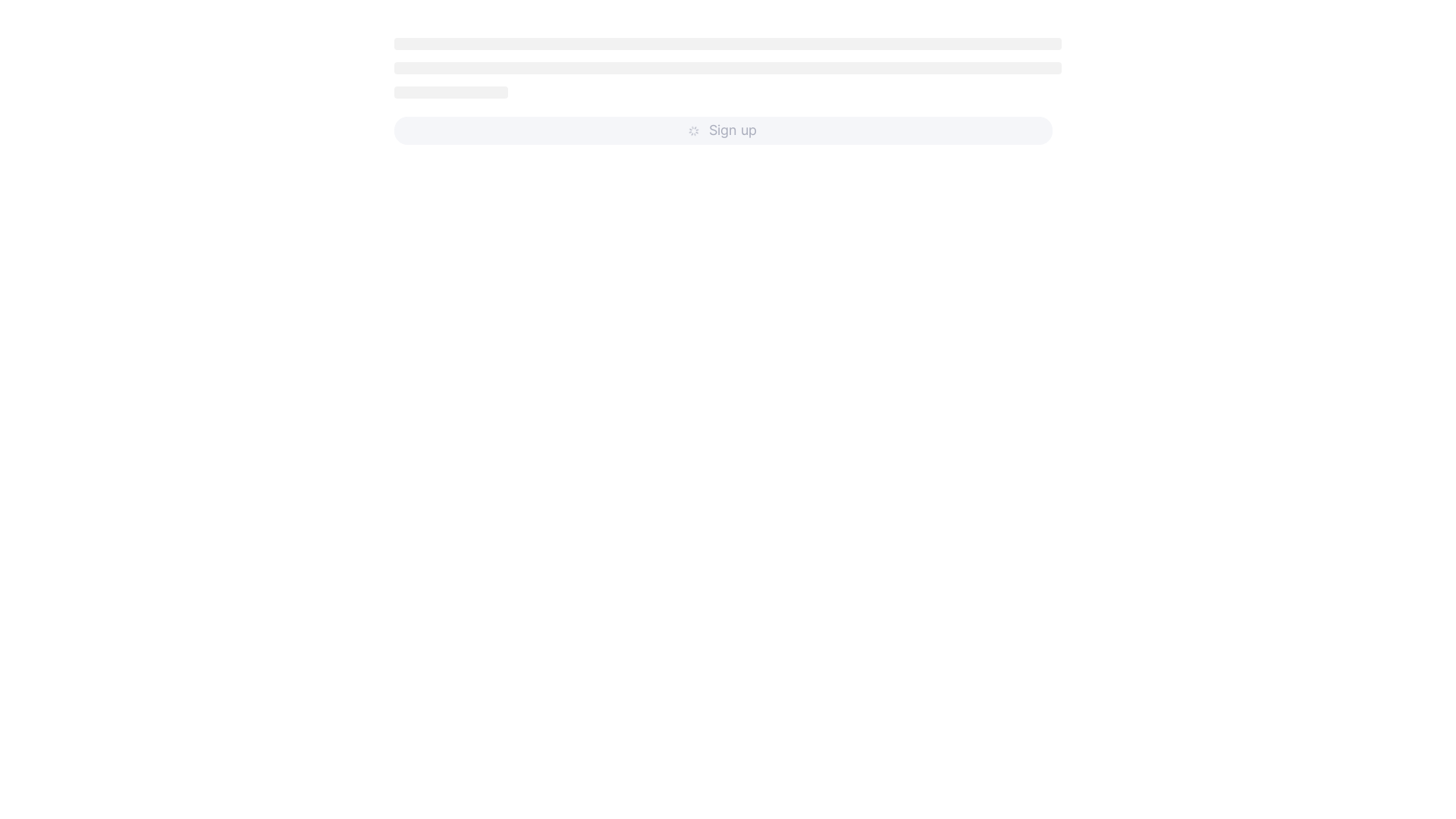 Image resolution: width=1456 pixels, height=819 pixels. Describe the element at coordinates (723, 130) in the screenshot. I see `'Sign up'` at that location.